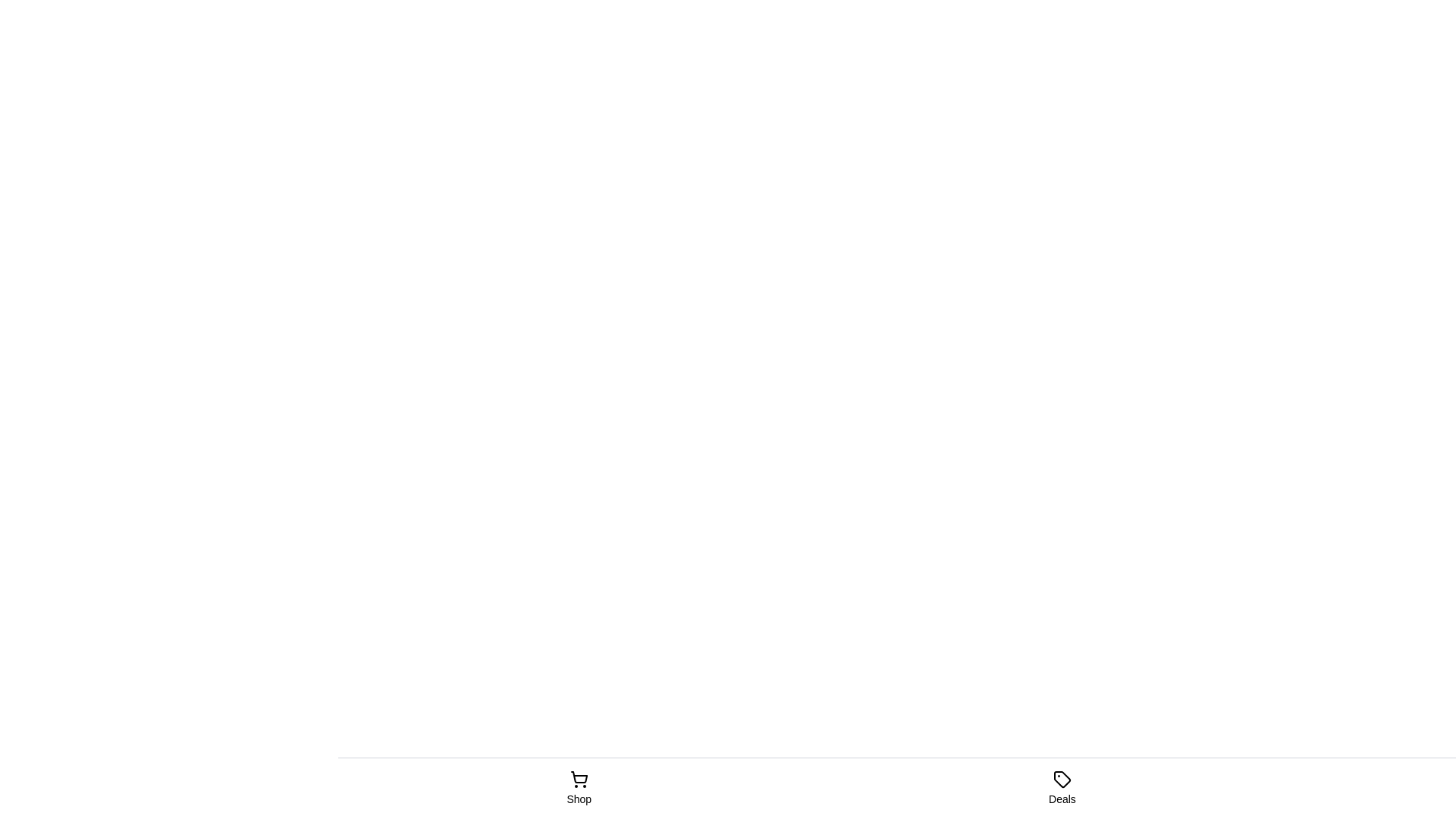 Image resolution: width=1456 pixels, height=819 pixels. I want to click on the tab label Shop to select its text, so click(578, 788).